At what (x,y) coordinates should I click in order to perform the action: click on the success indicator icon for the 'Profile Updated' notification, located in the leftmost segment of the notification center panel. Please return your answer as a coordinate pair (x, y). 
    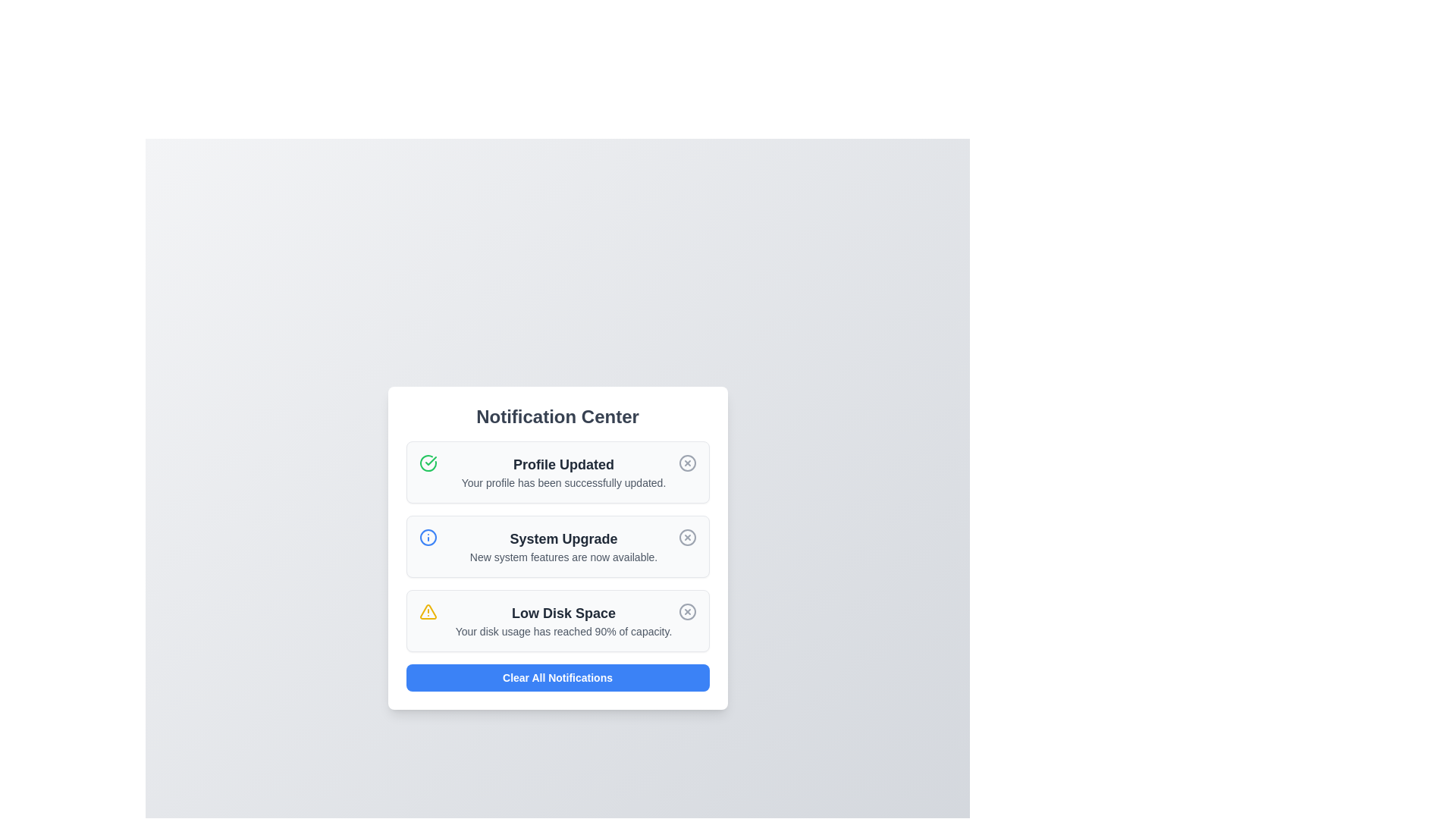
    Looking at the image, I should click on (429, 460).